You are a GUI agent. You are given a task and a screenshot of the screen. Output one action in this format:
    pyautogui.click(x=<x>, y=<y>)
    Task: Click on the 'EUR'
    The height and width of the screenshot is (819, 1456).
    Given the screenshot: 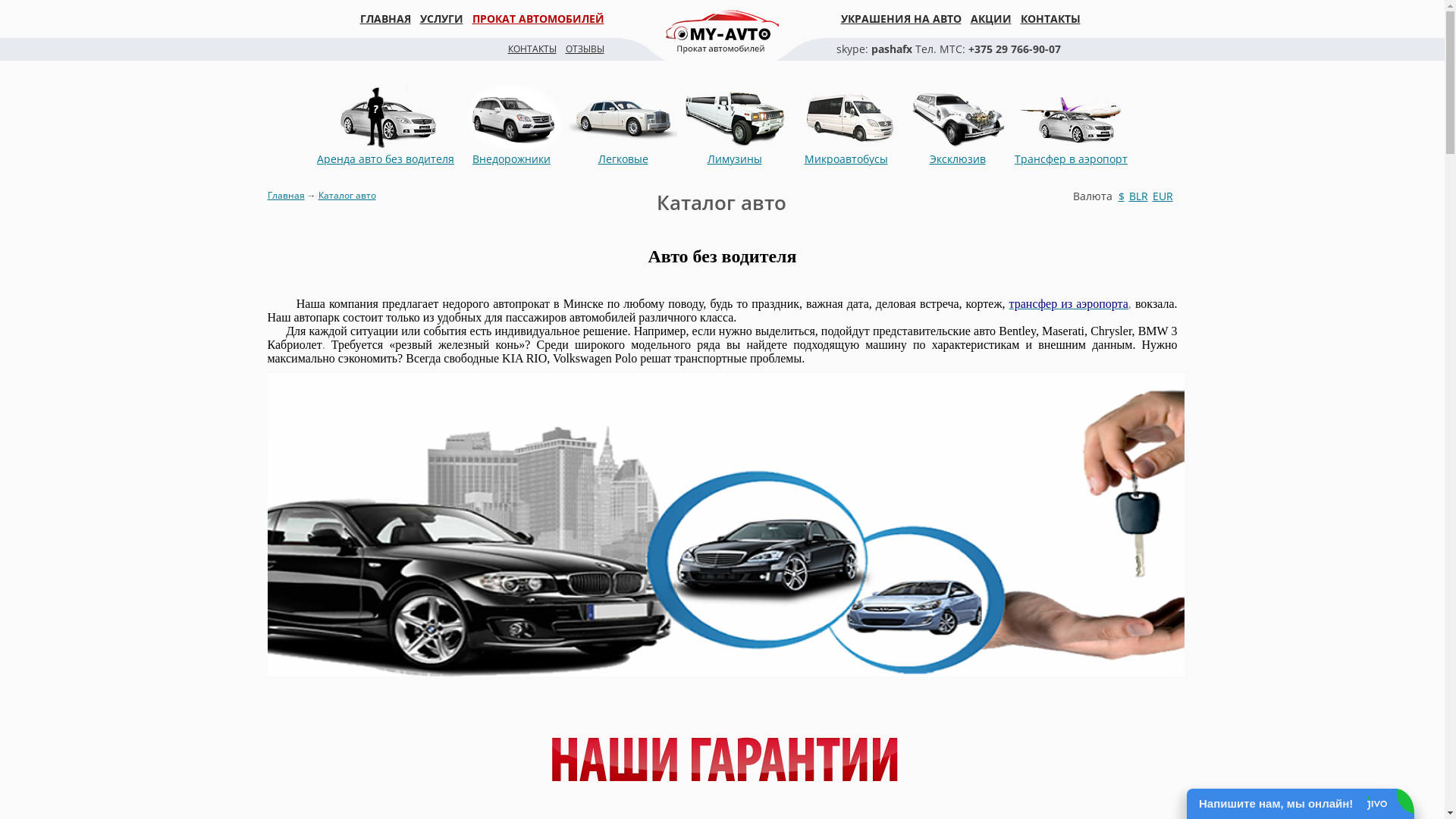 What is the action you would take?
    pyautogui.click(x=1162, y=195)
    